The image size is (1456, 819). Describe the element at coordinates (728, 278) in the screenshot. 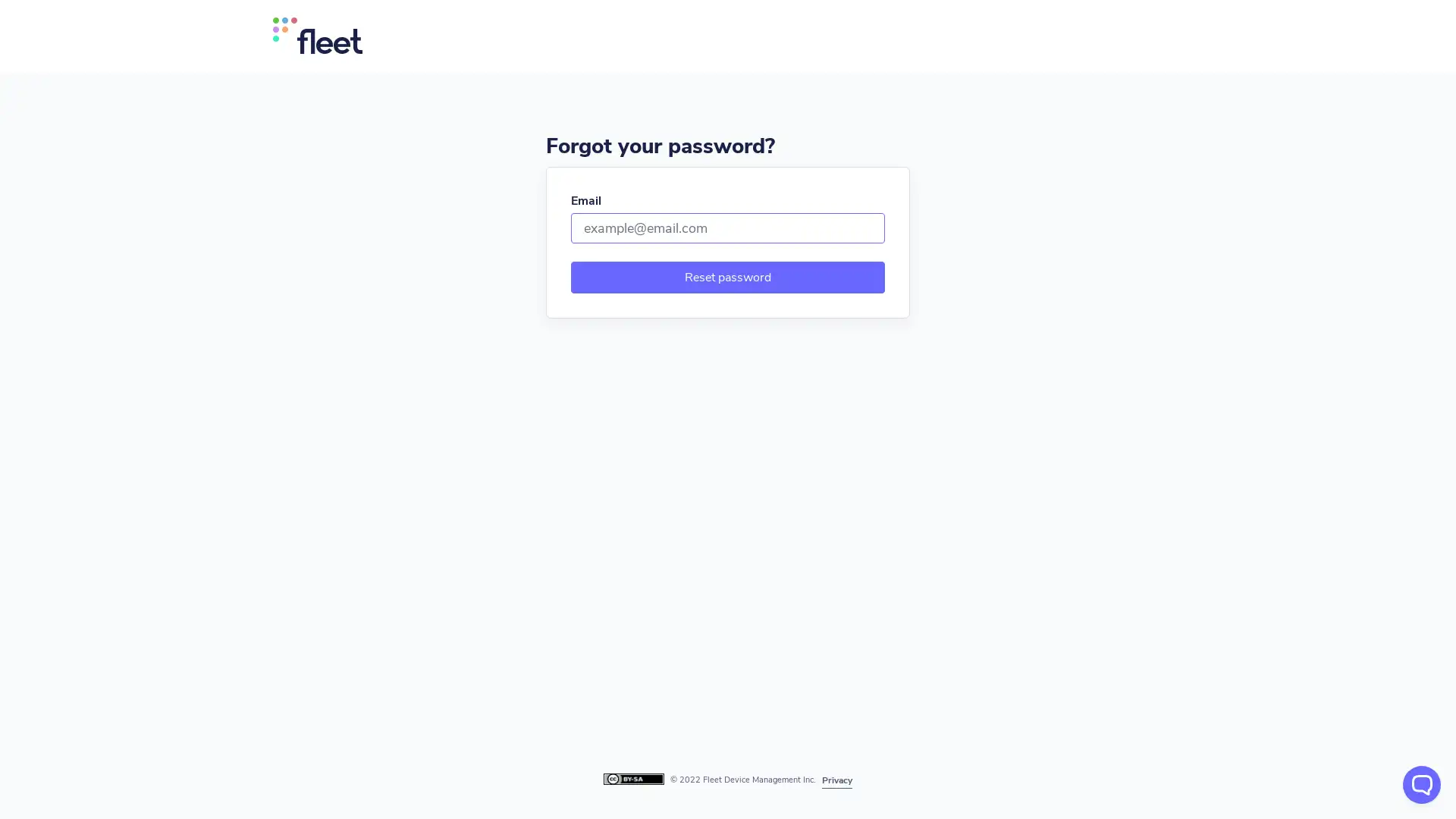

I see `Reset password` at that location.